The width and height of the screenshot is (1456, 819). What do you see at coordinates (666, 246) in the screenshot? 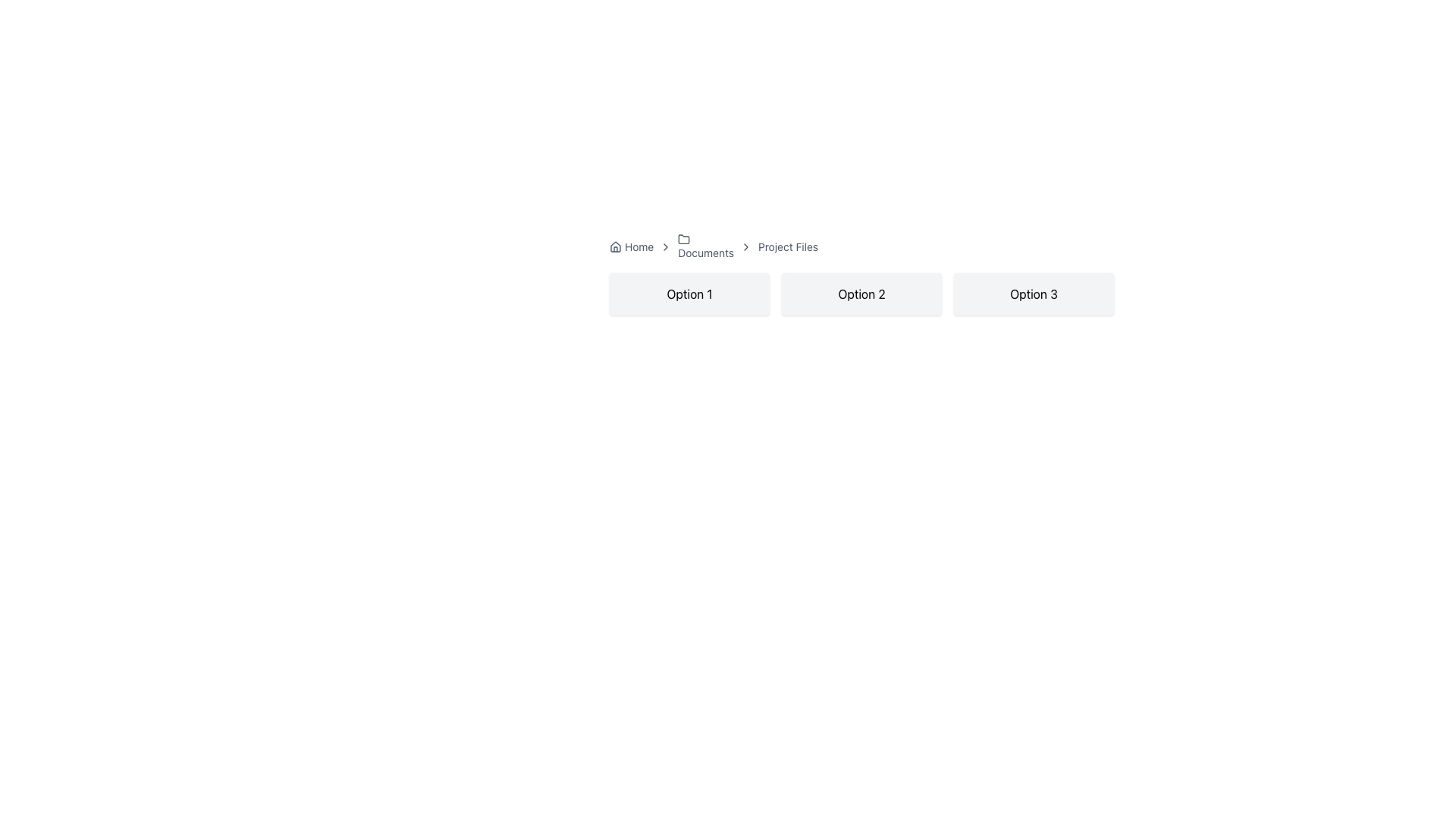
I see `the first right-facing chevron icon in the breadcrumb navigation bar for navigation purposes` at bounding box center [666, 246].